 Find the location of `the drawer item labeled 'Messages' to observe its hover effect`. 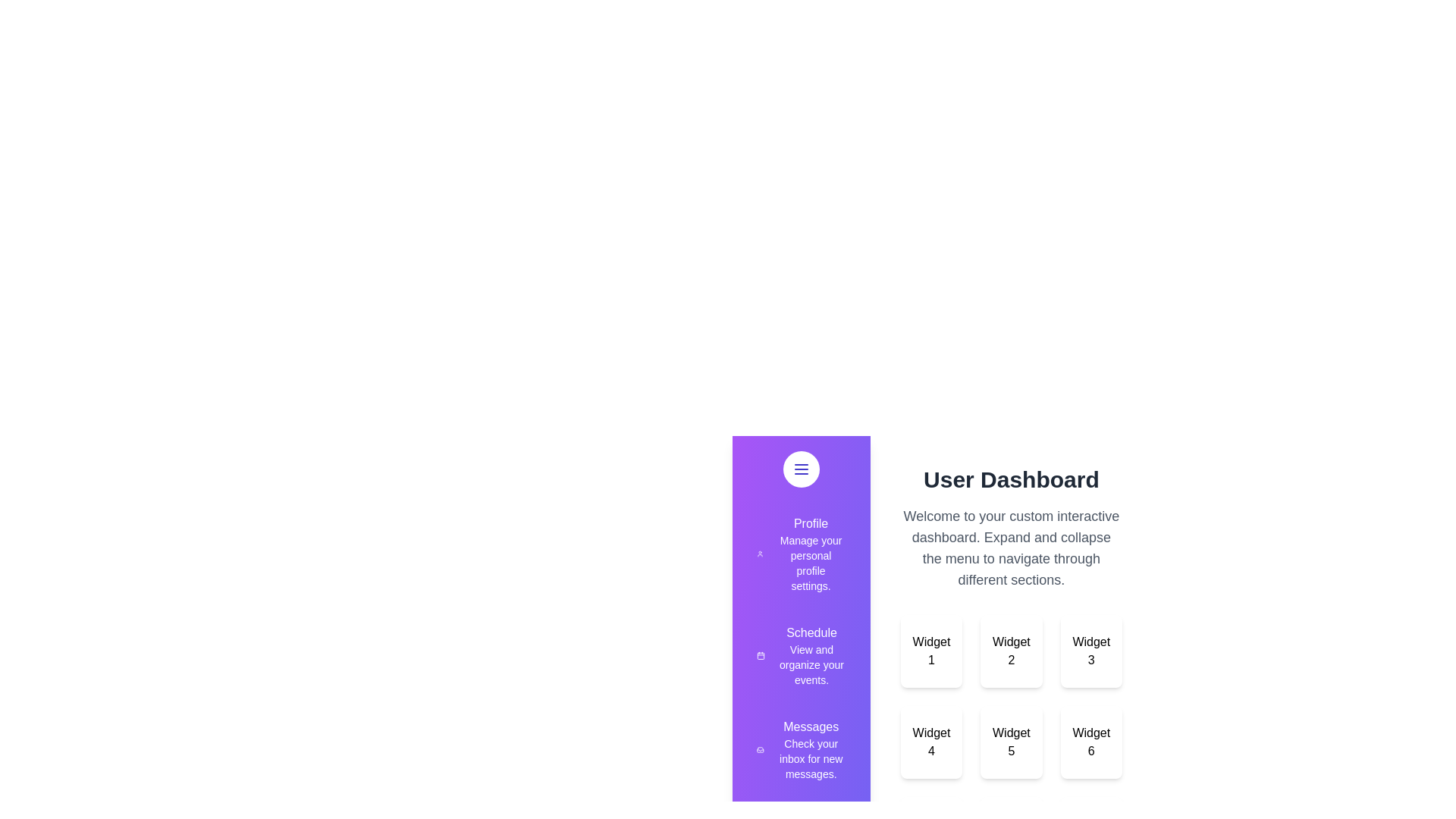

the drawer item labeled 'Messages' to observe its hover effect is located at coordinates (800, 748).